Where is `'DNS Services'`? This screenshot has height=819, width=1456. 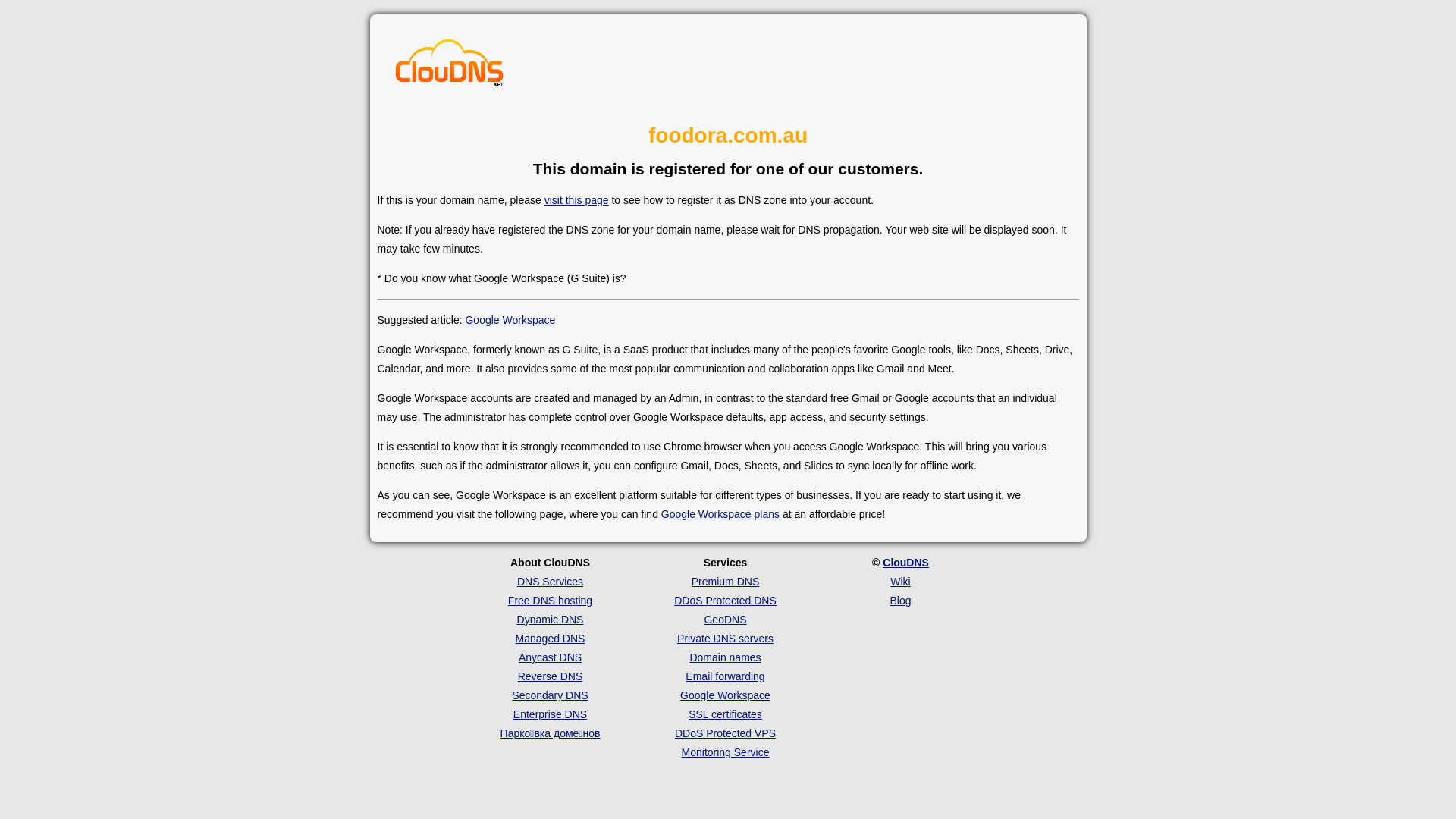 'DNS Services' is located at coordinates (516, 581).